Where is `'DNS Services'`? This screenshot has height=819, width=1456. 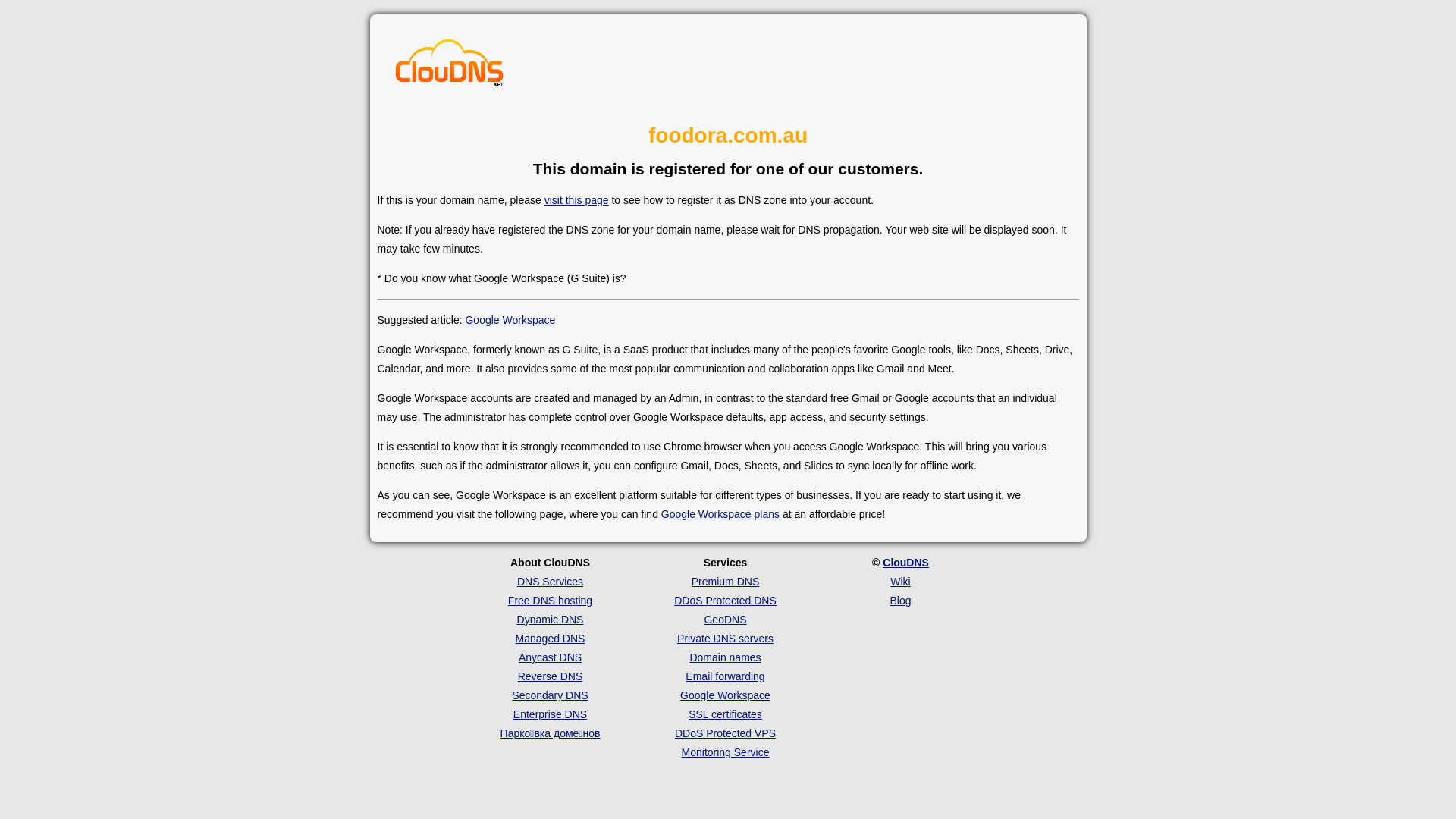 'DNS Services' is located at coordinates (516, 581).